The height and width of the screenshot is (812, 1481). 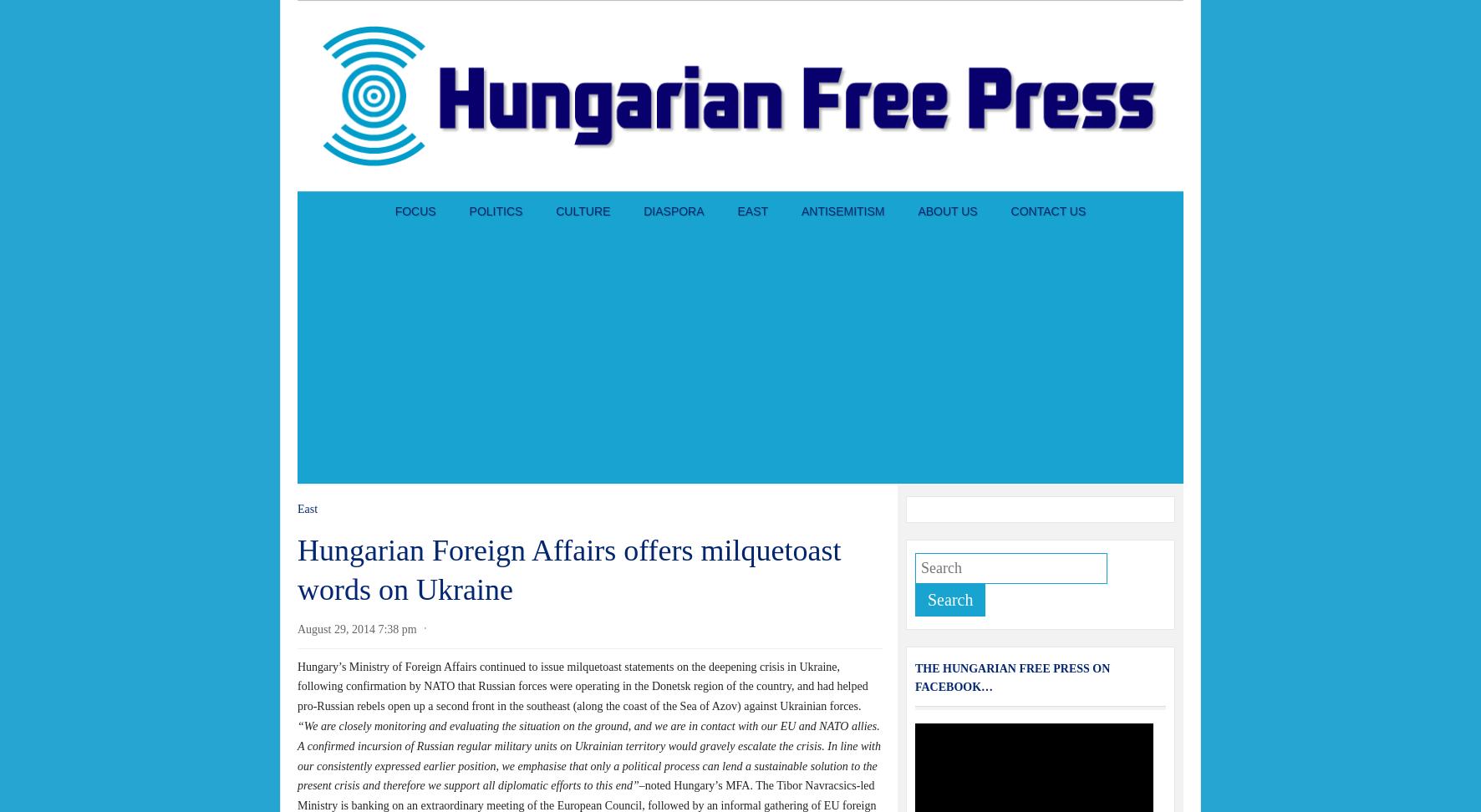 What do you see at coordinates (842, 211) in the screenshot?
I see `'Antisemitism'` at bounding box center [842, 211].